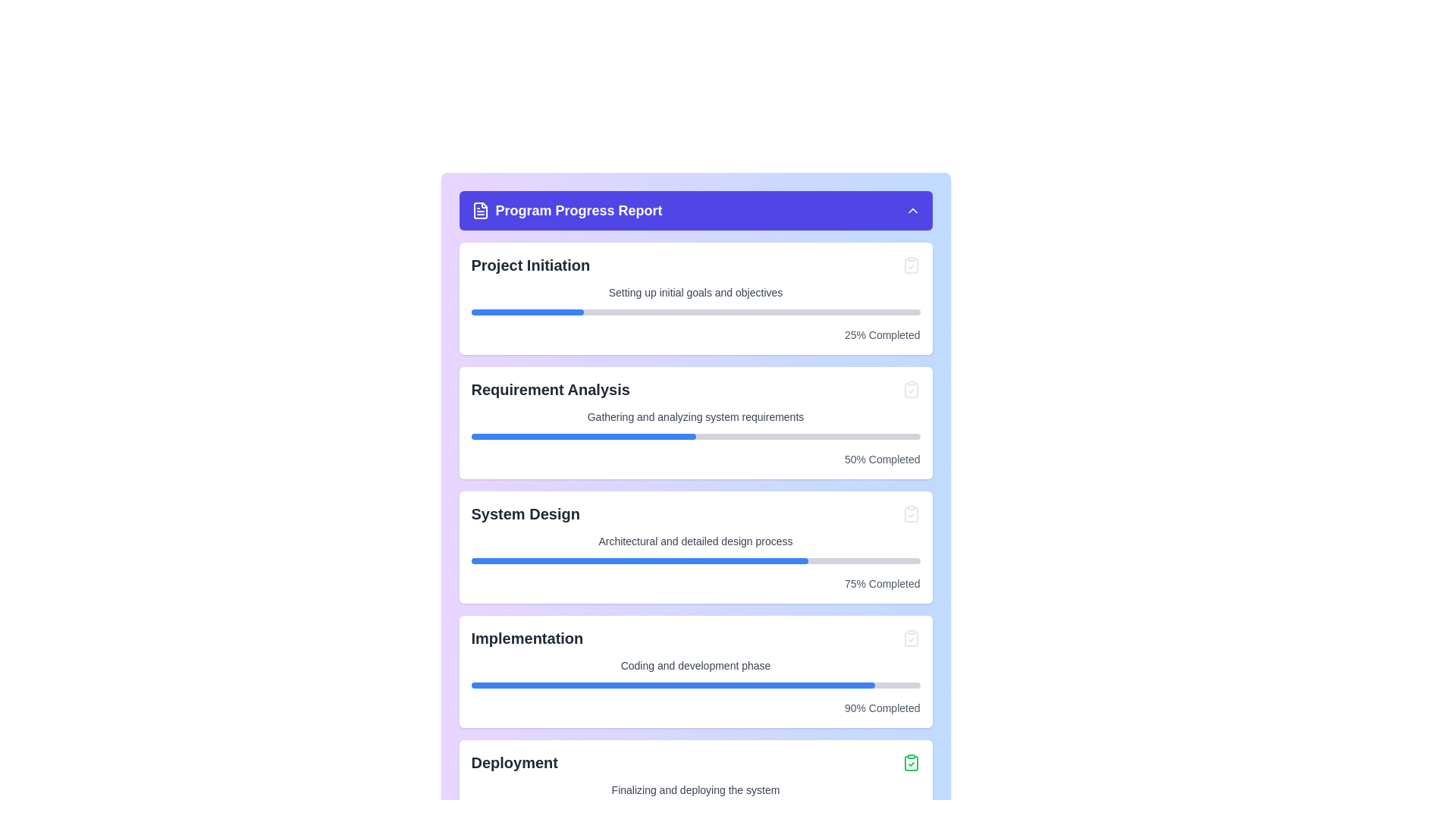 The width and height of the screenshot is (1456, 819). Describe the element at coordinates (695, 547) in the screenshot. I see `progress bar on the Info card titled 'System Design', which is the third section in the vertical layout with a white background and a filled progress bar indicating '75% Completed'` at that location.